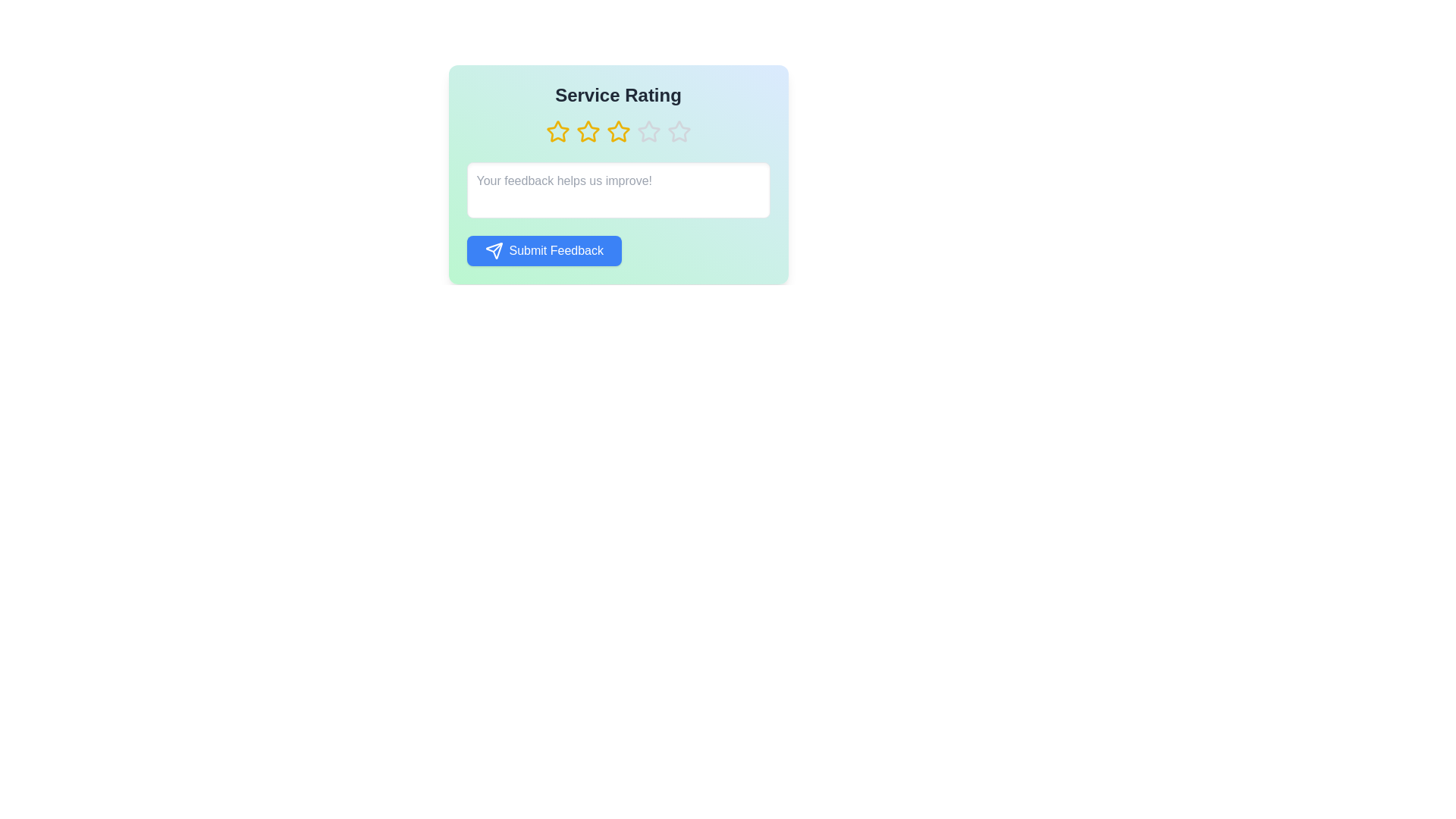 Image resolution: width=1456 pixels, height=819 pixels. I want to click on the second star icon in the 5-star rating system, so click(587, 130).